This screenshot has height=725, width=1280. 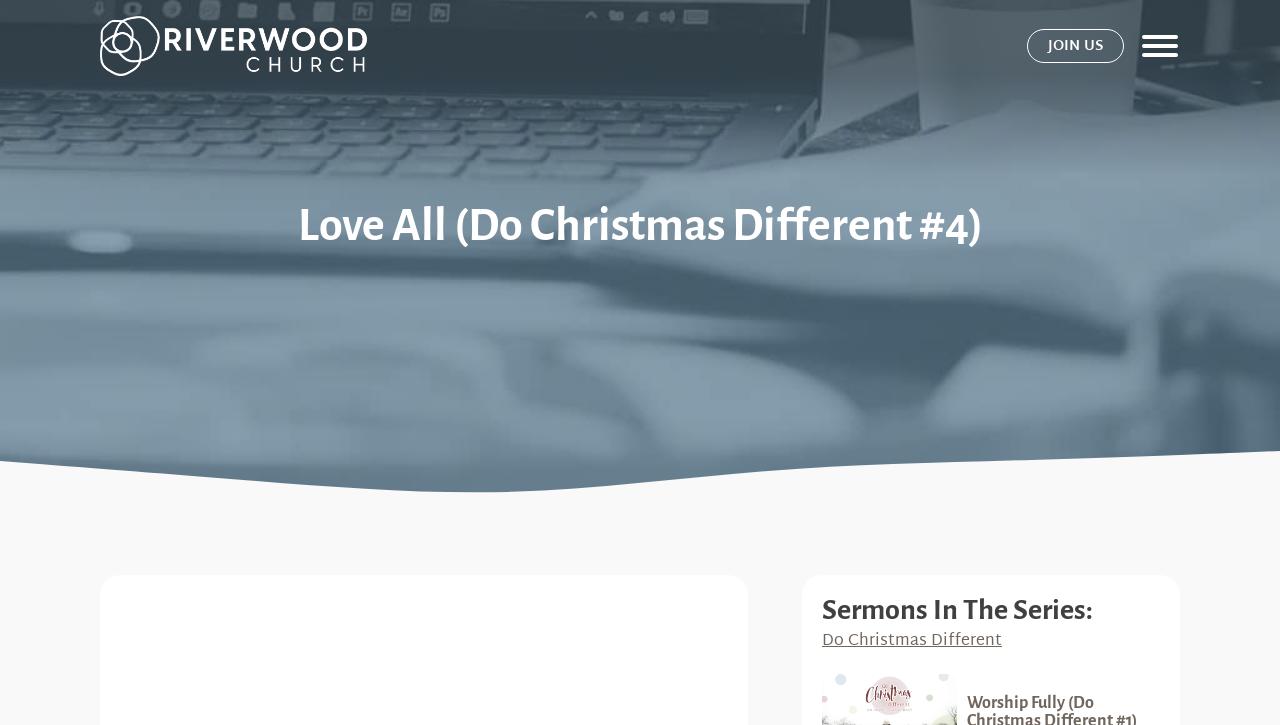 I want to click on 'About', so click(x=443, y=410).